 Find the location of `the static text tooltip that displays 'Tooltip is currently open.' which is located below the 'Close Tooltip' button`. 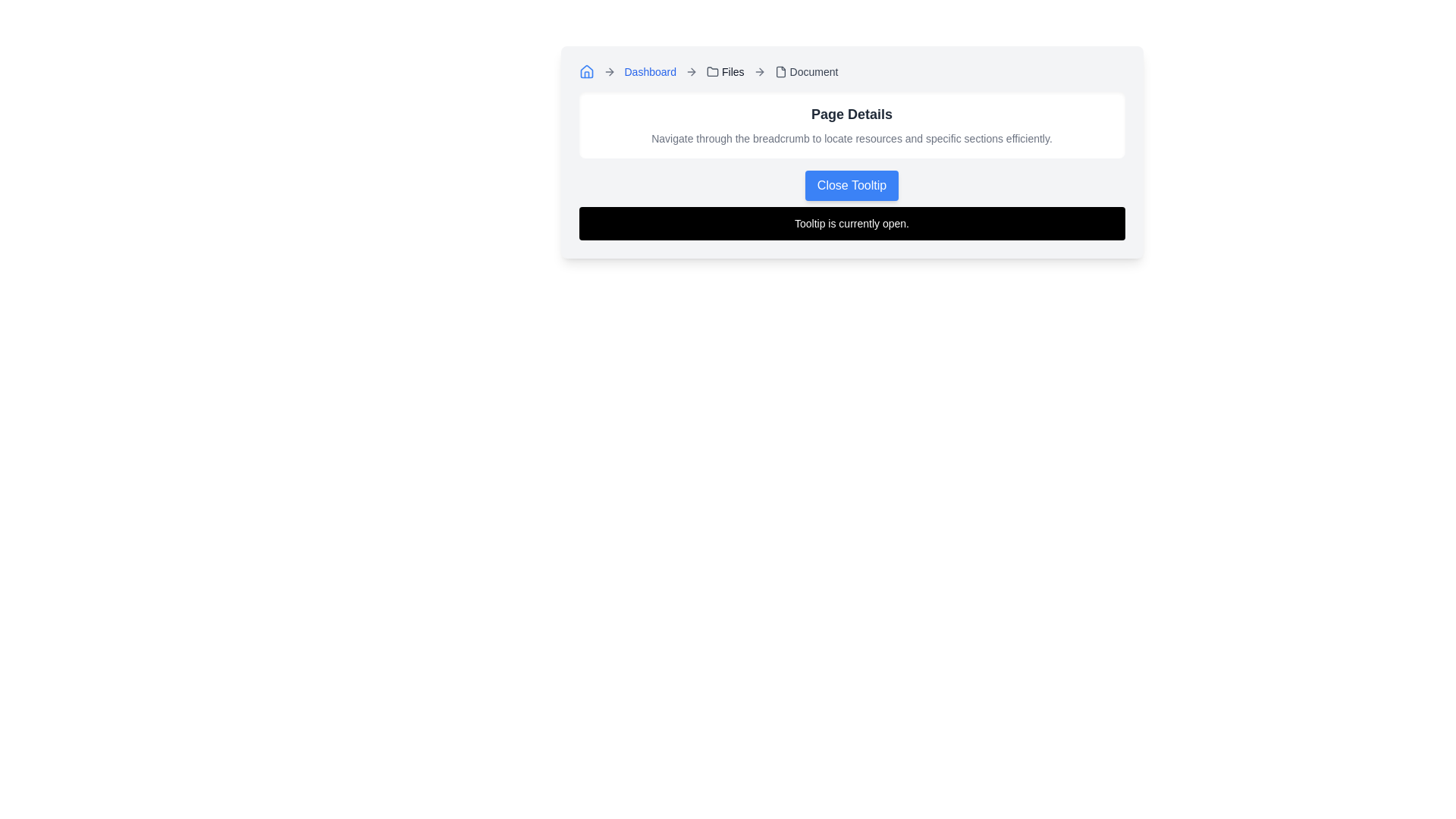

the static text tooltip that displays 'Tooltip is currently open.' which is located below the 'Close Tooltip' button is located at coordinates (852, 223).